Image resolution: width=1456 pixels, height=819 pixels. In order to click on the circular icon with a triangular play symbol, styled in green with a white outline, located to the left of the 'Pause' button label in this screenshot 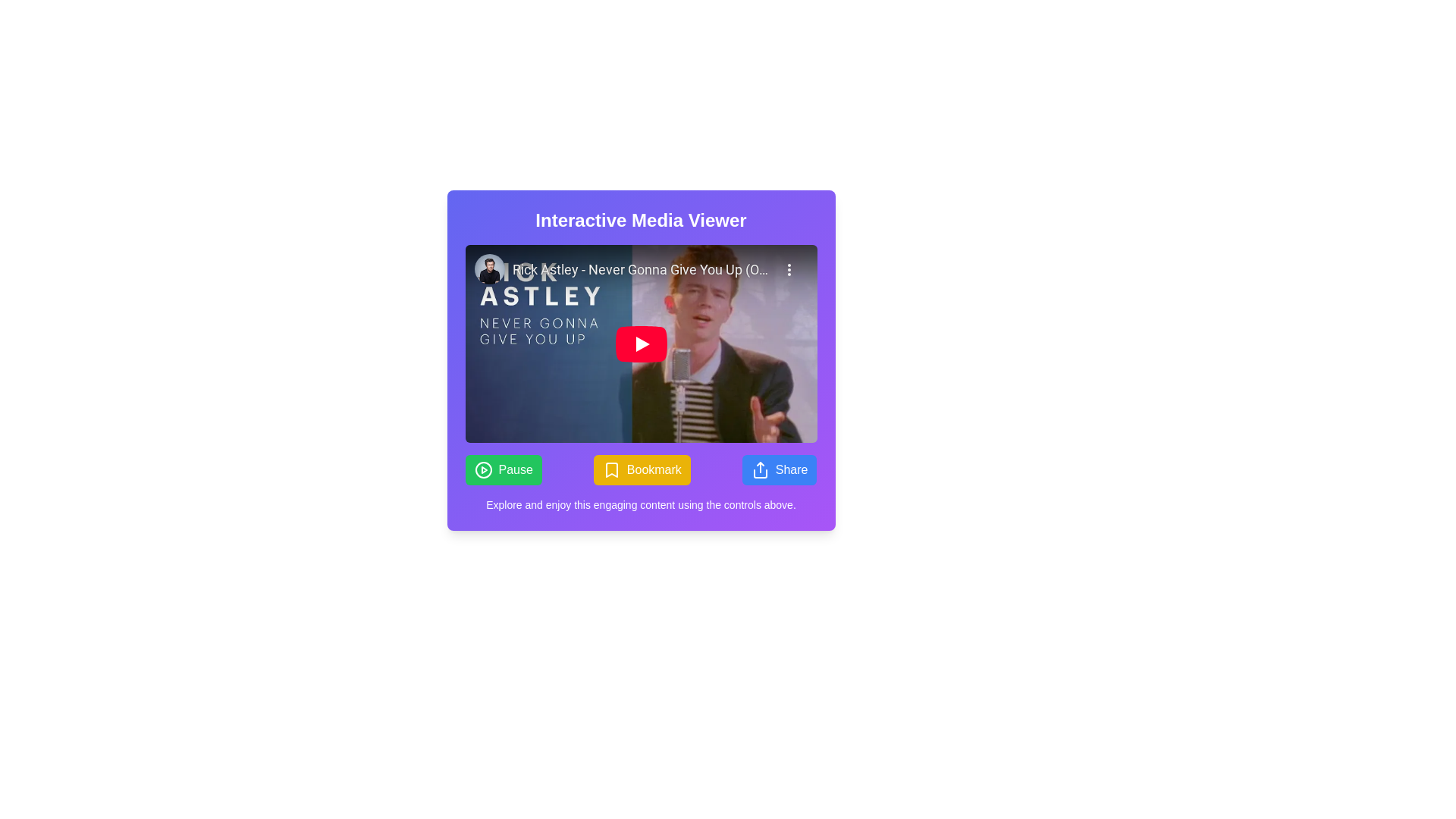, I will do `click(482, 469)`.